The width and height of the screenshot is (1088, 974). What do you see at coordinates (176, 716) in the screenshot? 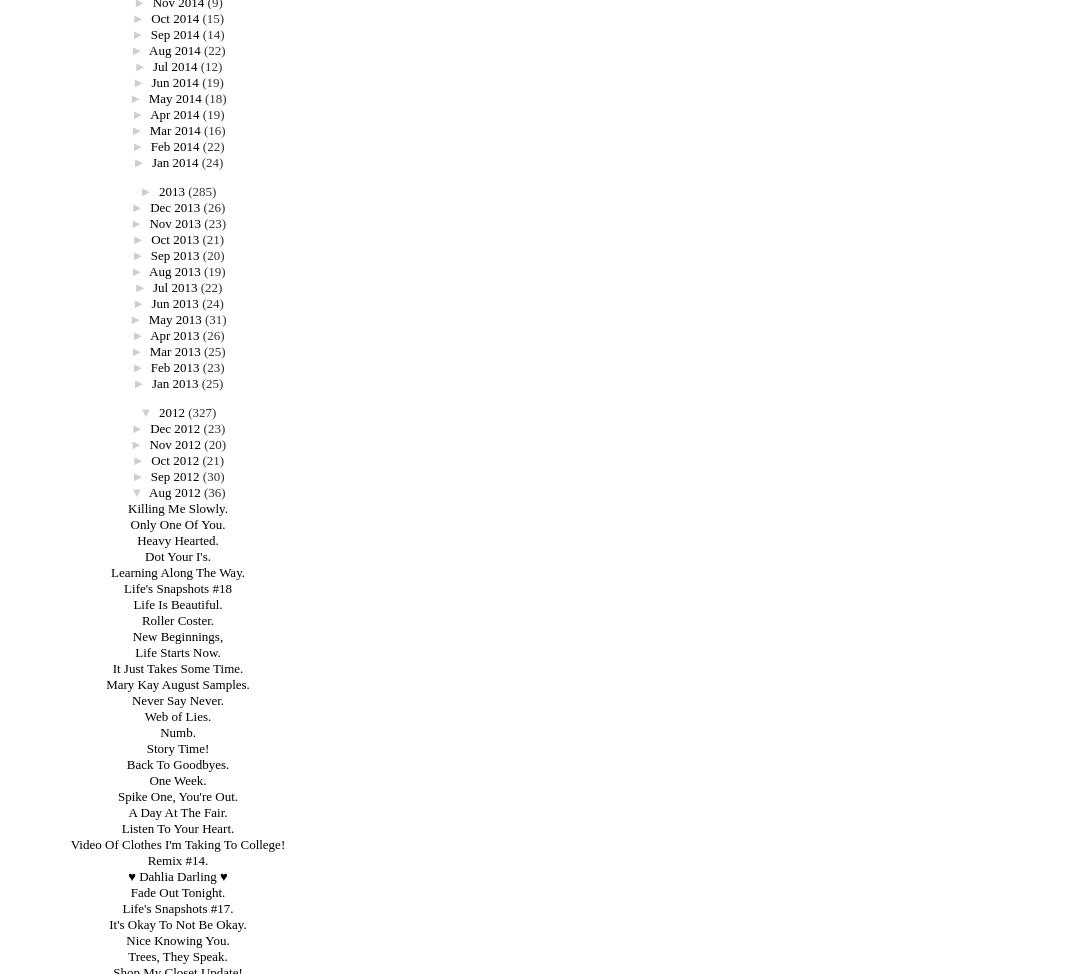
I see `'Web of Lies.'` at bounding box center [176, 716].